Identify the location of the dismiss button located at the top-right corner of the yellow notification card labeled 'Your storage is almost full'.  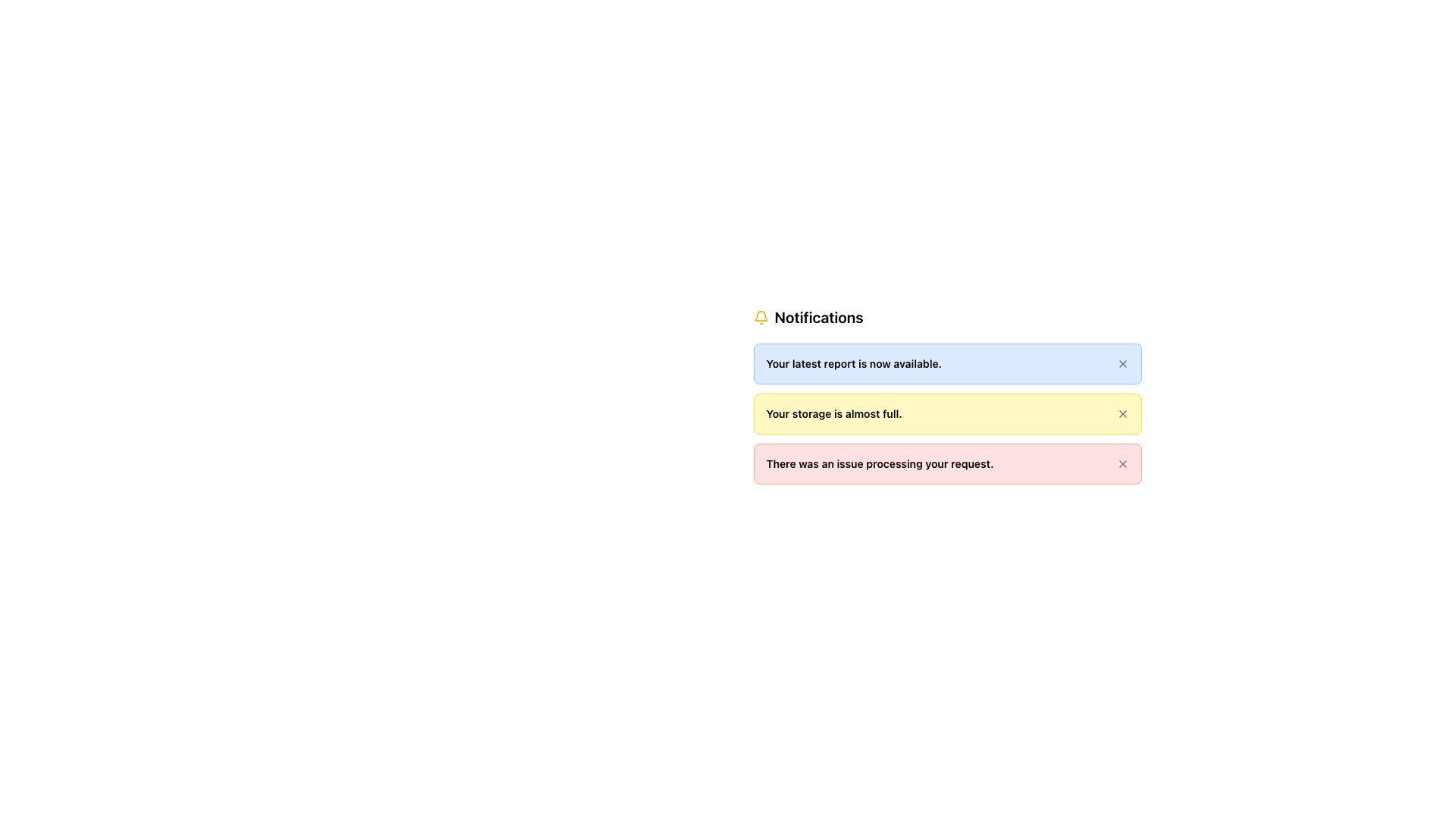
(1122, 414).